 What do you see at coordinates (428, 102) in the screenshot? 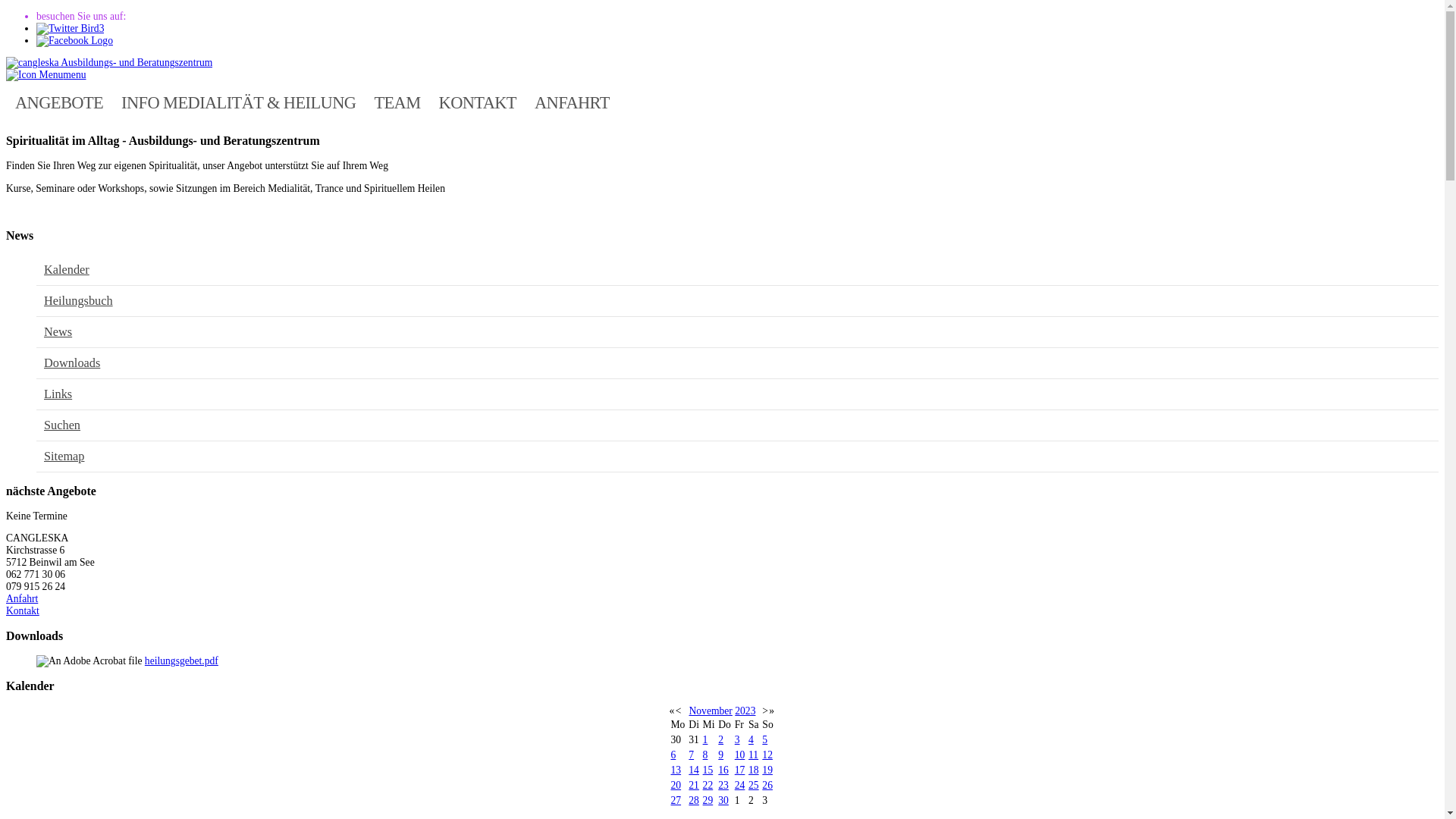
I see `'KONTAKT'` at bounding box center [428, 102].